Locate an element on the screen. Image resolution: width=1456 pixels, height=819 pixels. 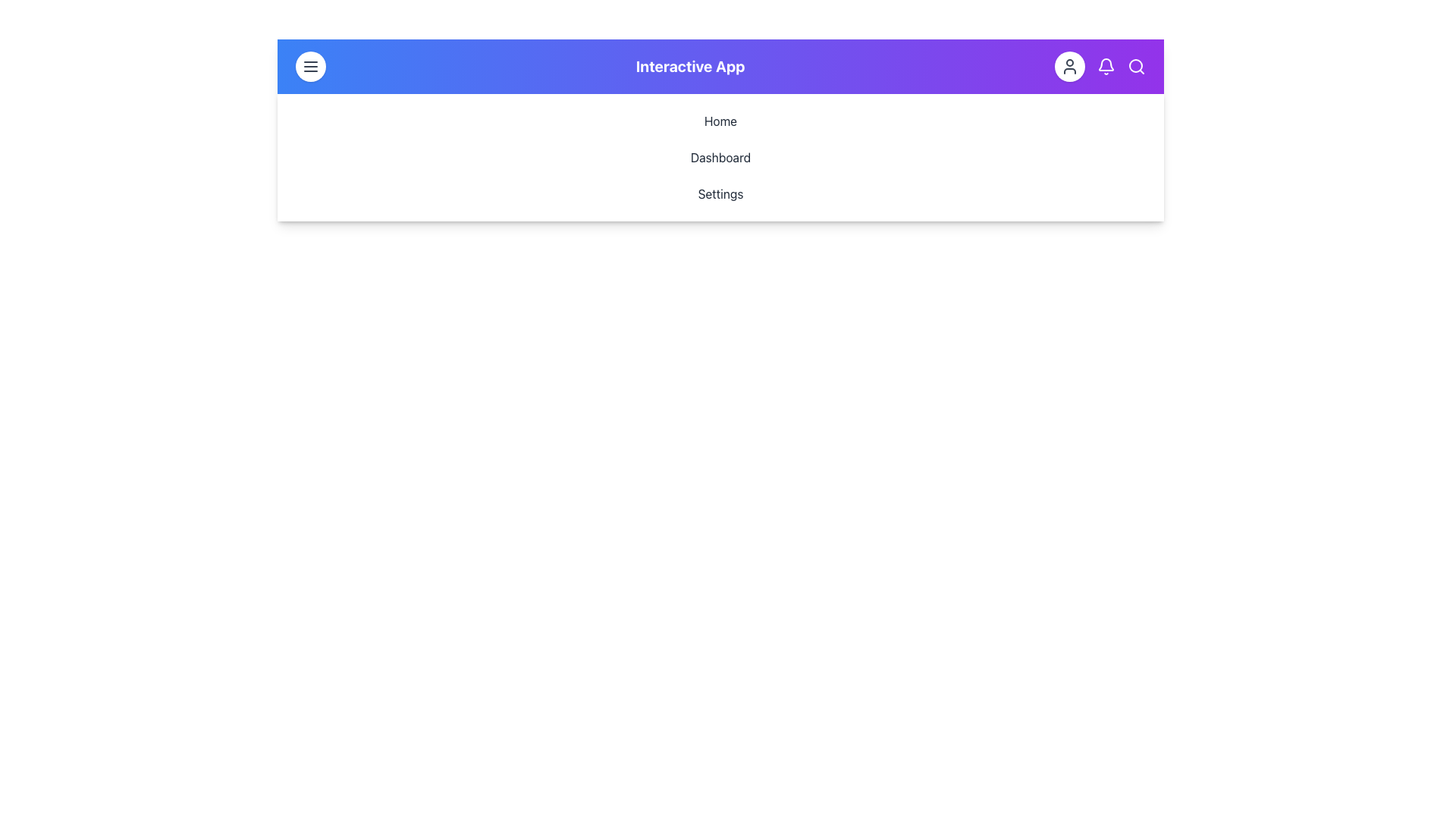
the hamburger menu icon located at the upper-left corner of the navigation bar is located at coordinates (309, 66).